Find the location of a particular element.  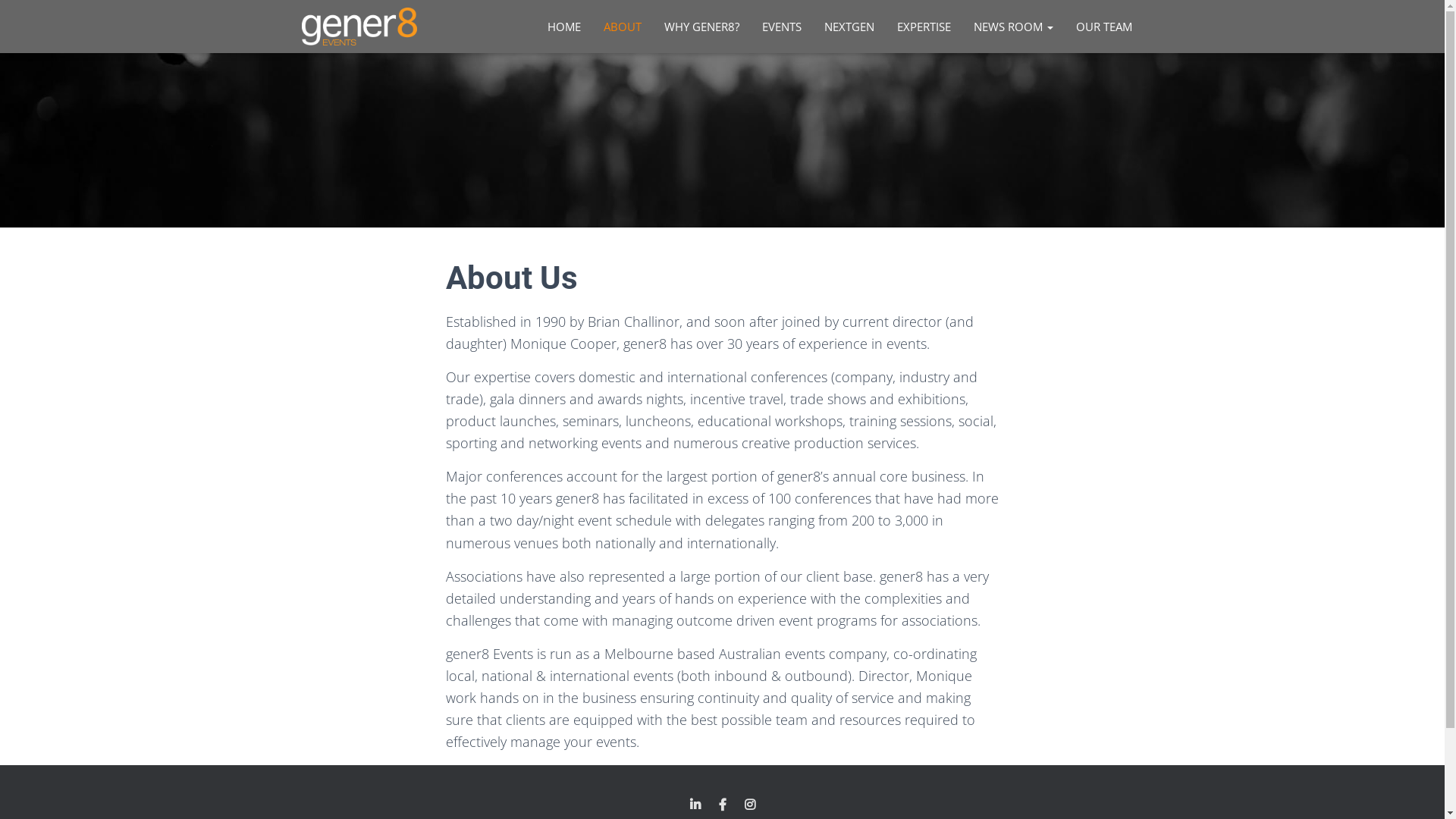

'NEXTGEN' is located at coordinates (848, 26).